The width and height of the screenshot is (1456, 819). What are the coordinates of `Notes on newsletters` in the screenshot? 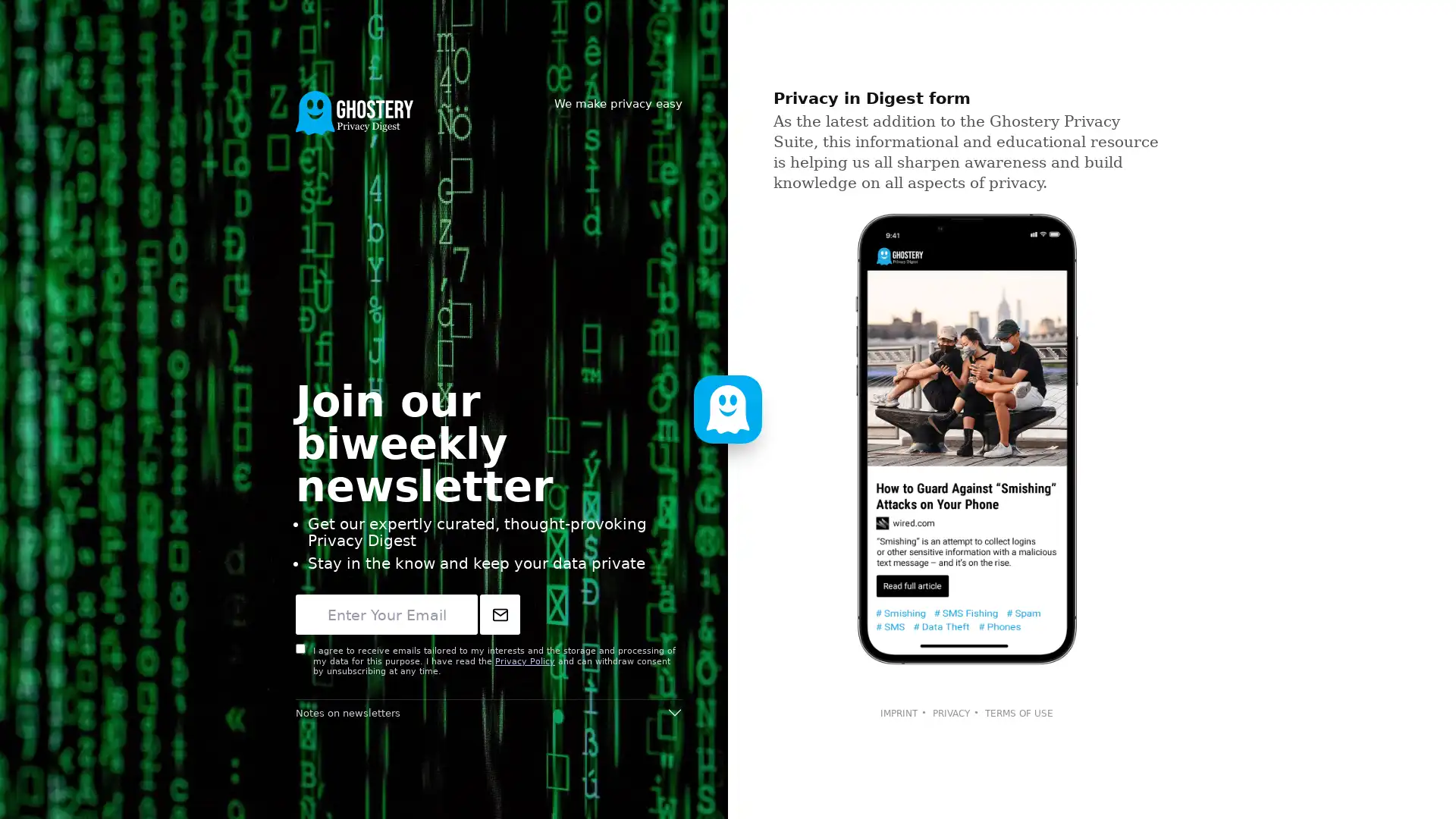 It's located at (488, 713).